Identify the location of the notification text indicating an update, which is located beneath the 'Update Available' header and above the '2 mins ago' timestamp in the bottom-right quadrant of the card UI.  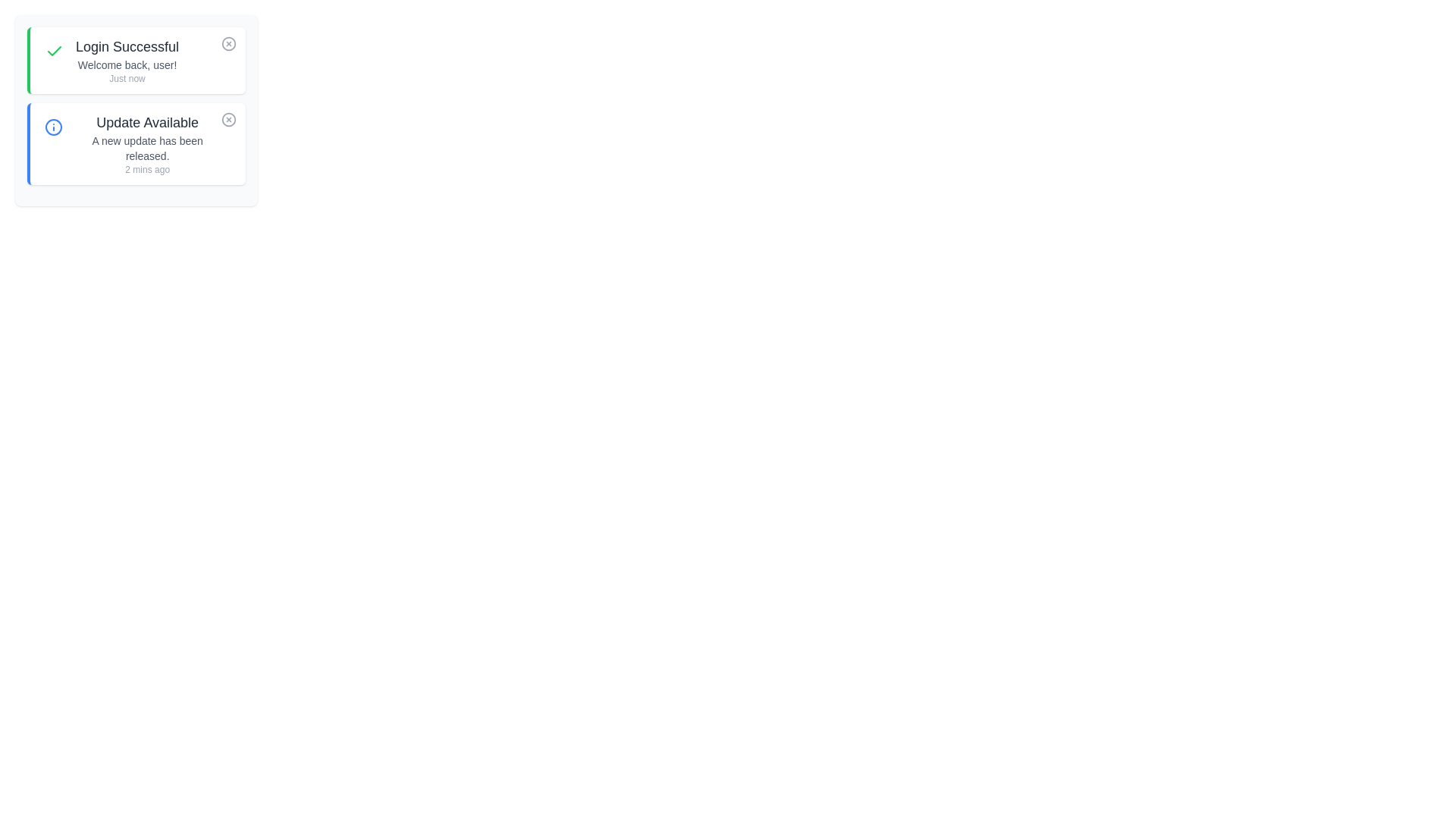
(147, 149).